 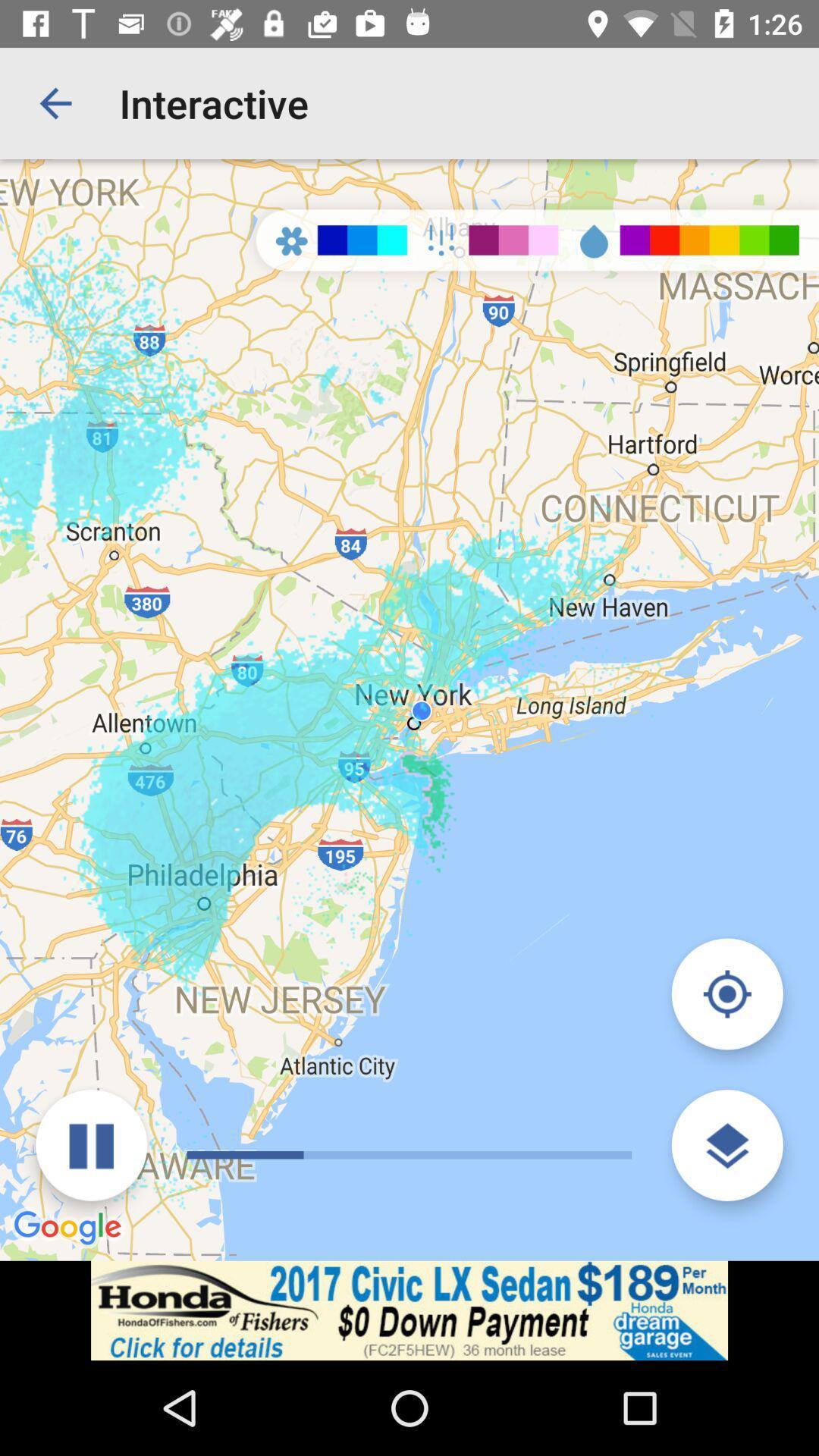 What do you see at coordinates (409, 1310) in the screenshot?
I see `advertisement` at bounding box center [409, 1310].